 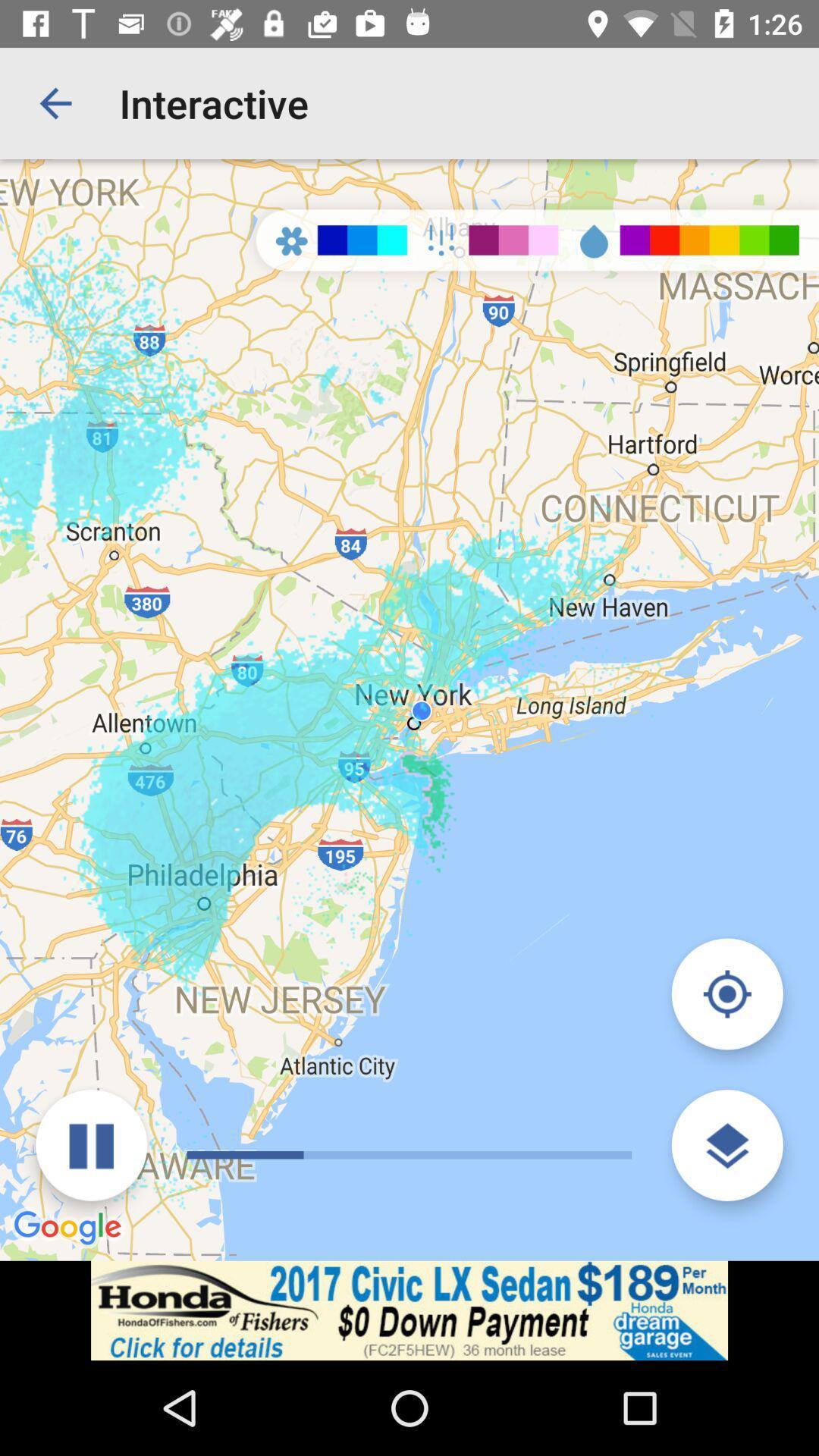 What do you see at coordinates (409, 1310) in the screenshot?
I see `advertisement` at bounding box center [409, 1310].